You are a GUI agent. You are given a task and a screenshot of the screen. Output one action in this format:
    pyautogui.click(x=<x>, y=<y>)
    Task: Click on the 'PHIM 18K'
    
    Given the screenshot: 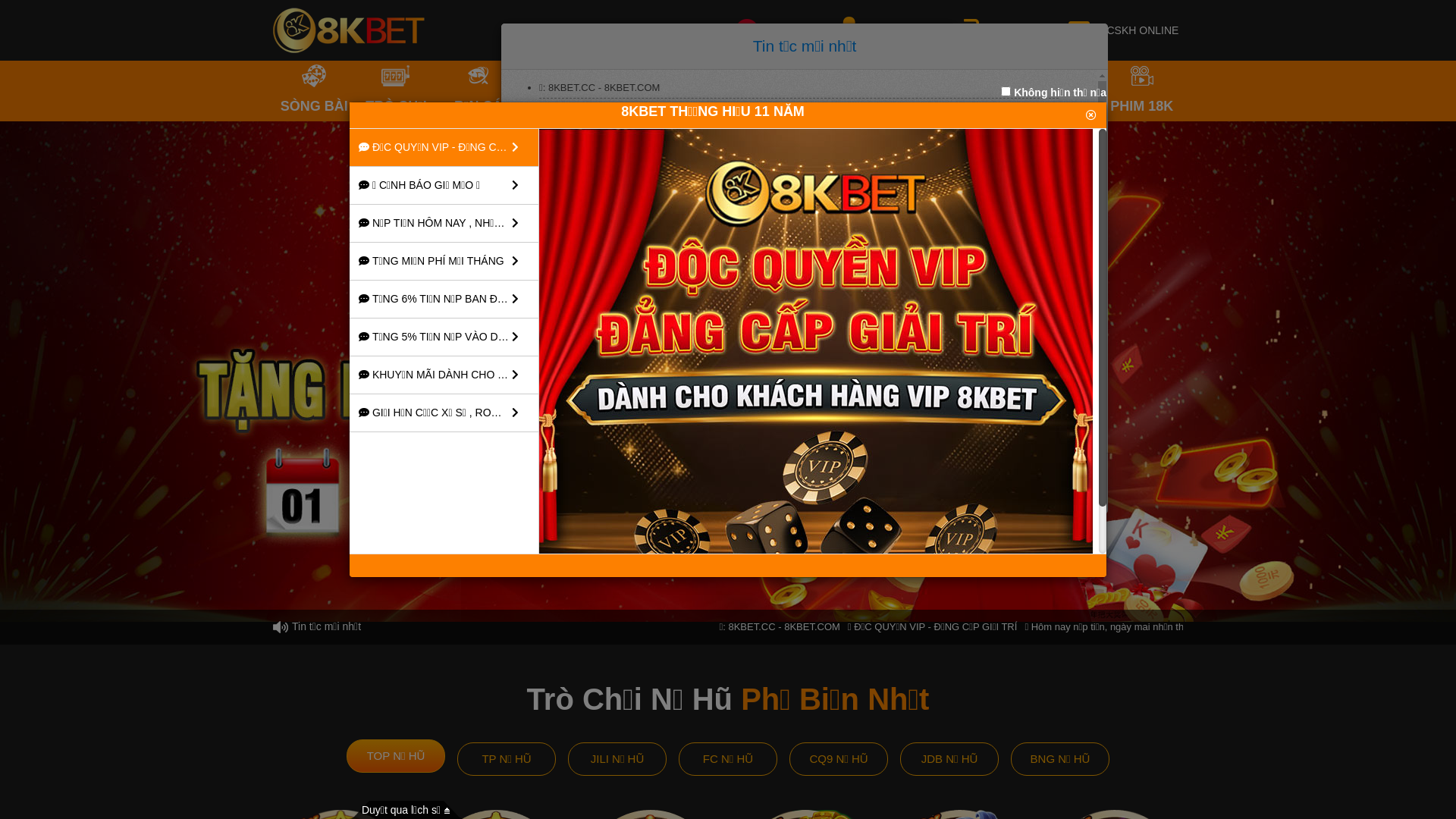 What is the action you would take?
    pyautogui.click(x=1142, y=90)
    